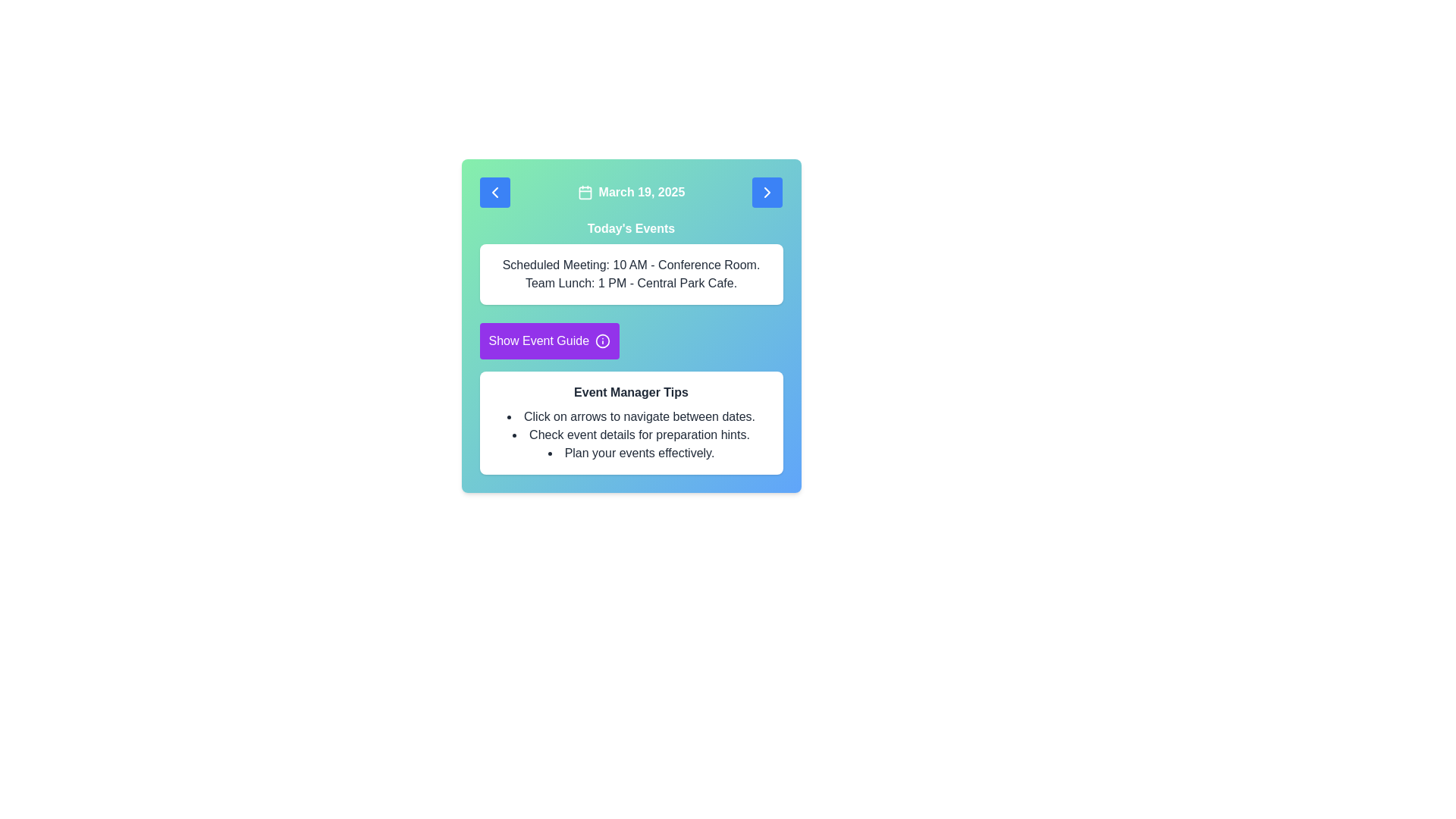 Image resolution: width=1456 pixels, height=819 pixels. I want to click on the first bullet point in the 'Event Manager Tips' section of the card-style panel that provides guidance on using navigational arrows for changing dates, so click(631, 417).